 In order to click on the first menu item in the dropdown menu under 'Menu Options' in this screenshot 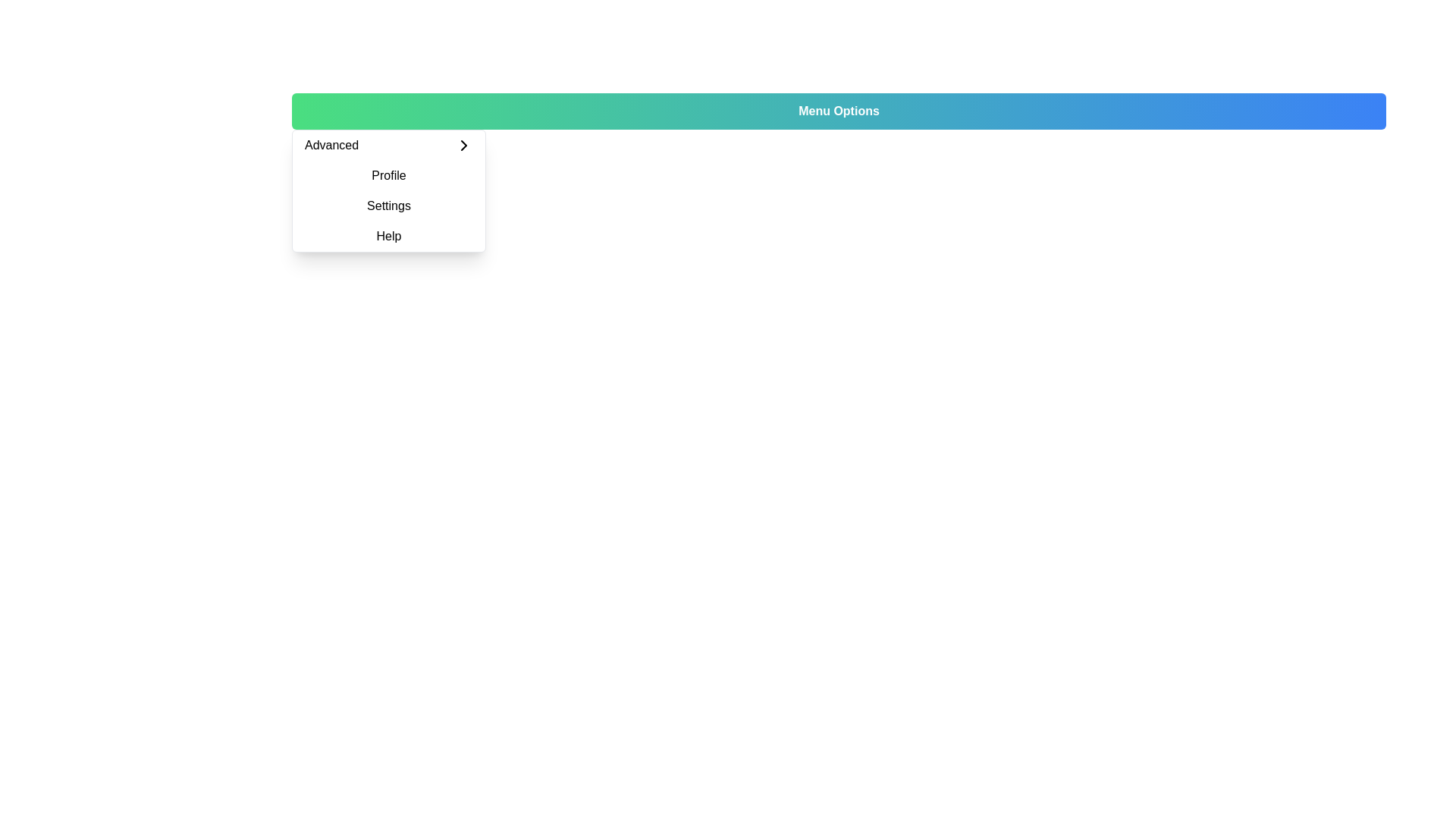, I will do `click(389, 146)`.